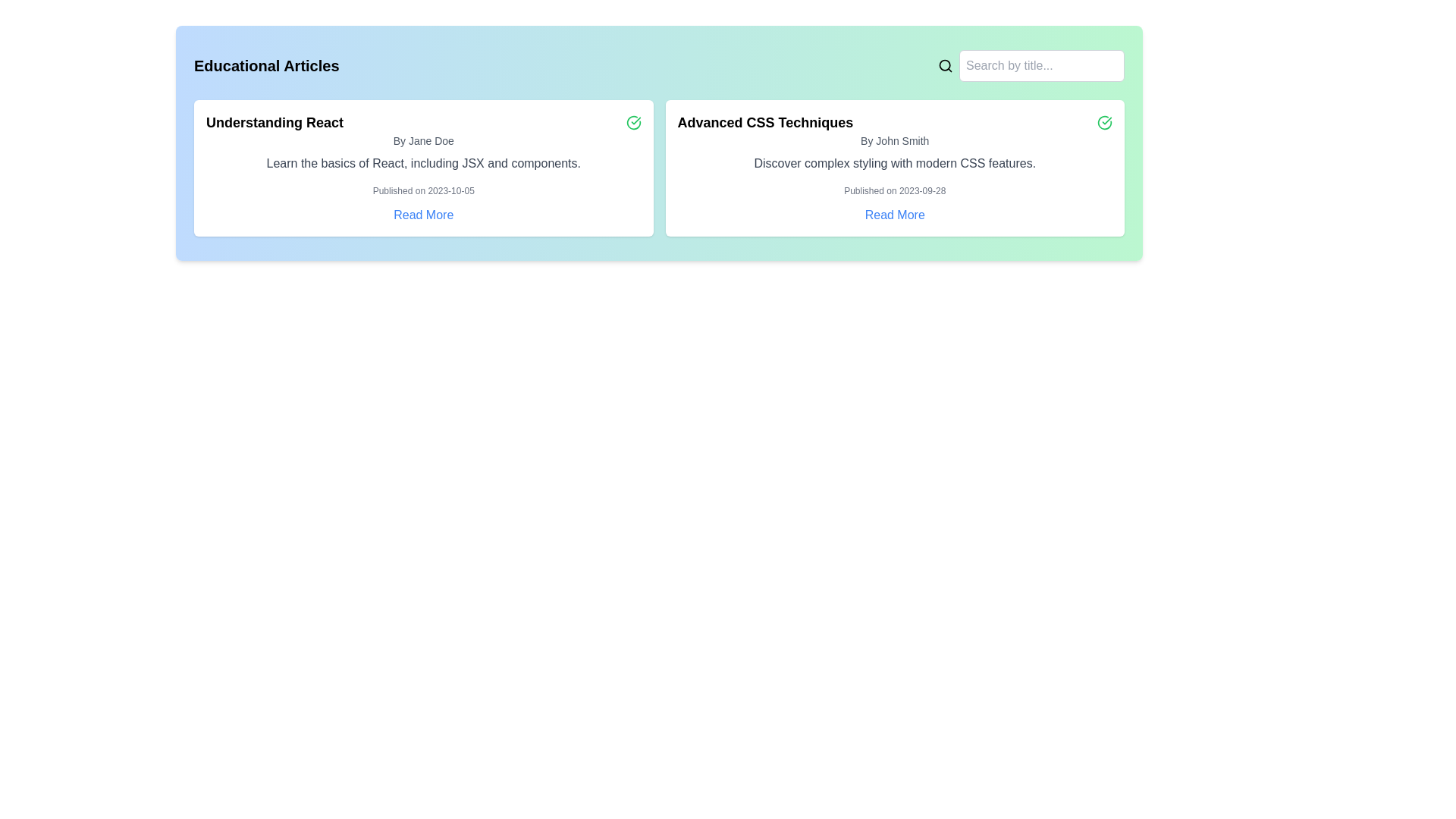 The width and height of the screenshot is (1456, 819). I want to click on the search icon located to the left of the input field in the search bar, positioned near the upper-right section of the page layout, so click(945, 65).